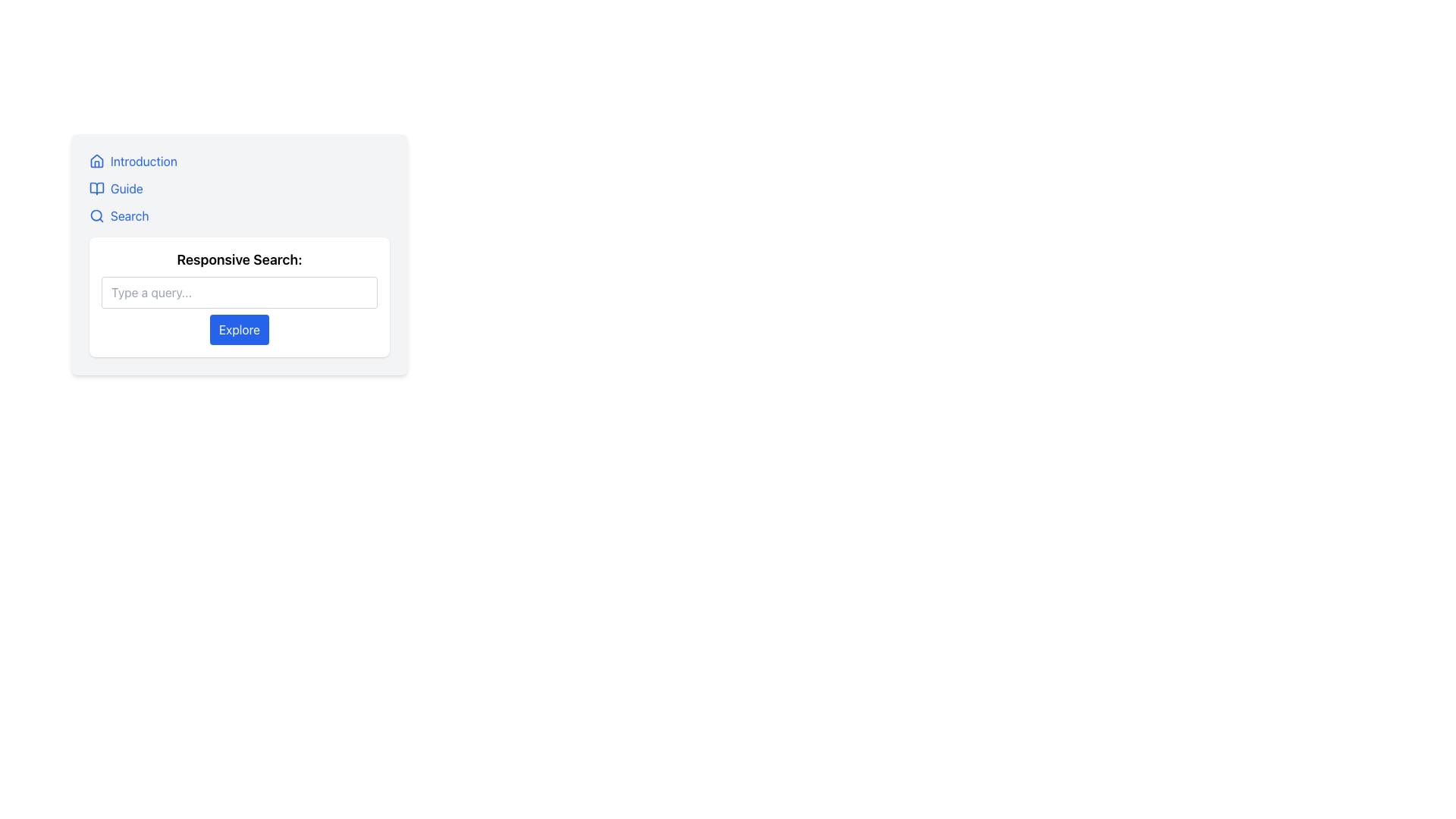  What do you see at coordinates (143, 161) in the screenshot?
I see `the 'Introduction' hyperlink label, which is styled in blue and located next to a house icon in the vertical navigation menu` at bounding box center [143, 161].